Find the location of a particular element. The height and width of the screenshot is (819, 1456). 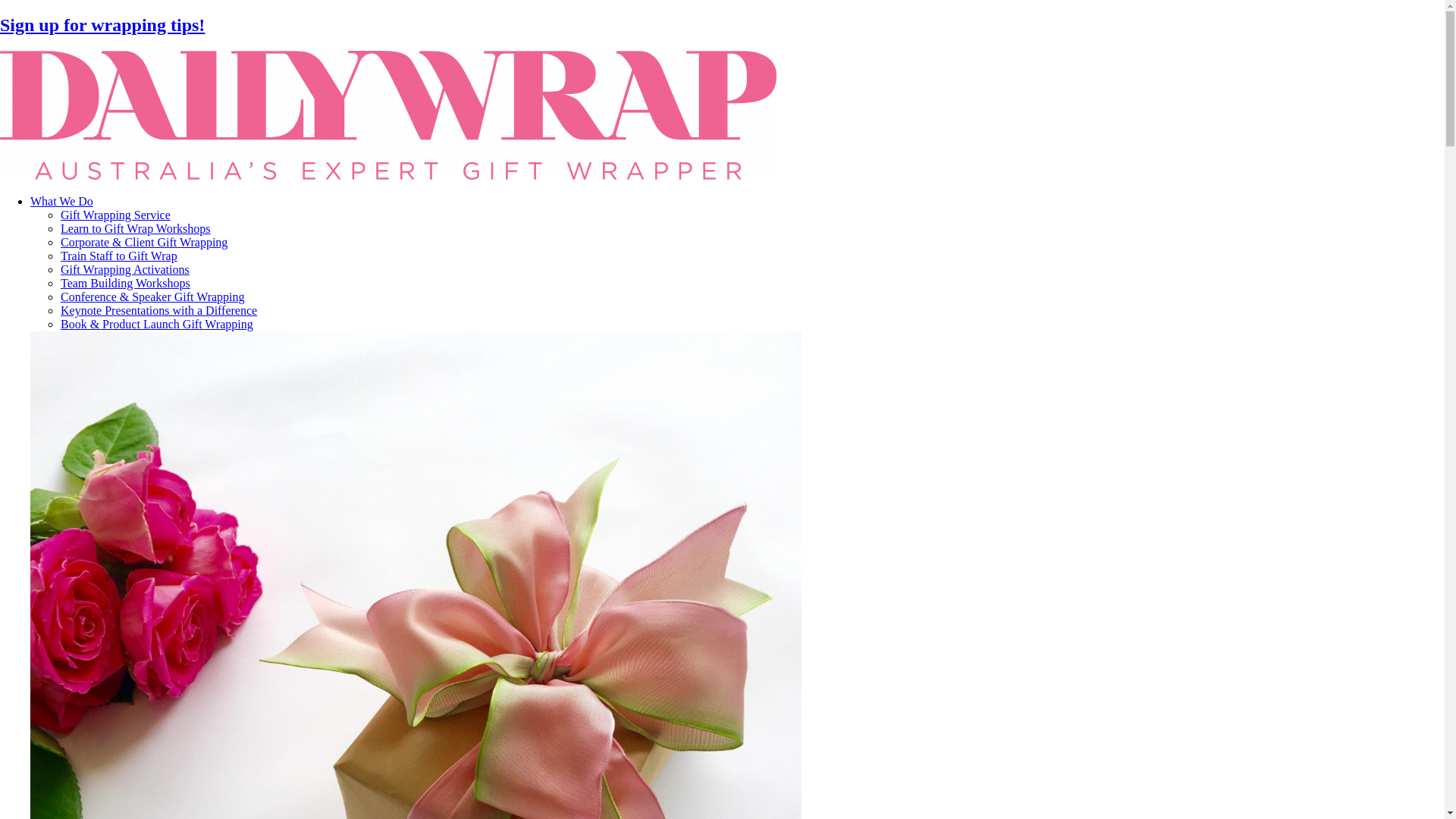

'Book & Product Launch Gift Wrapping' is located at coordinates (156, 323).